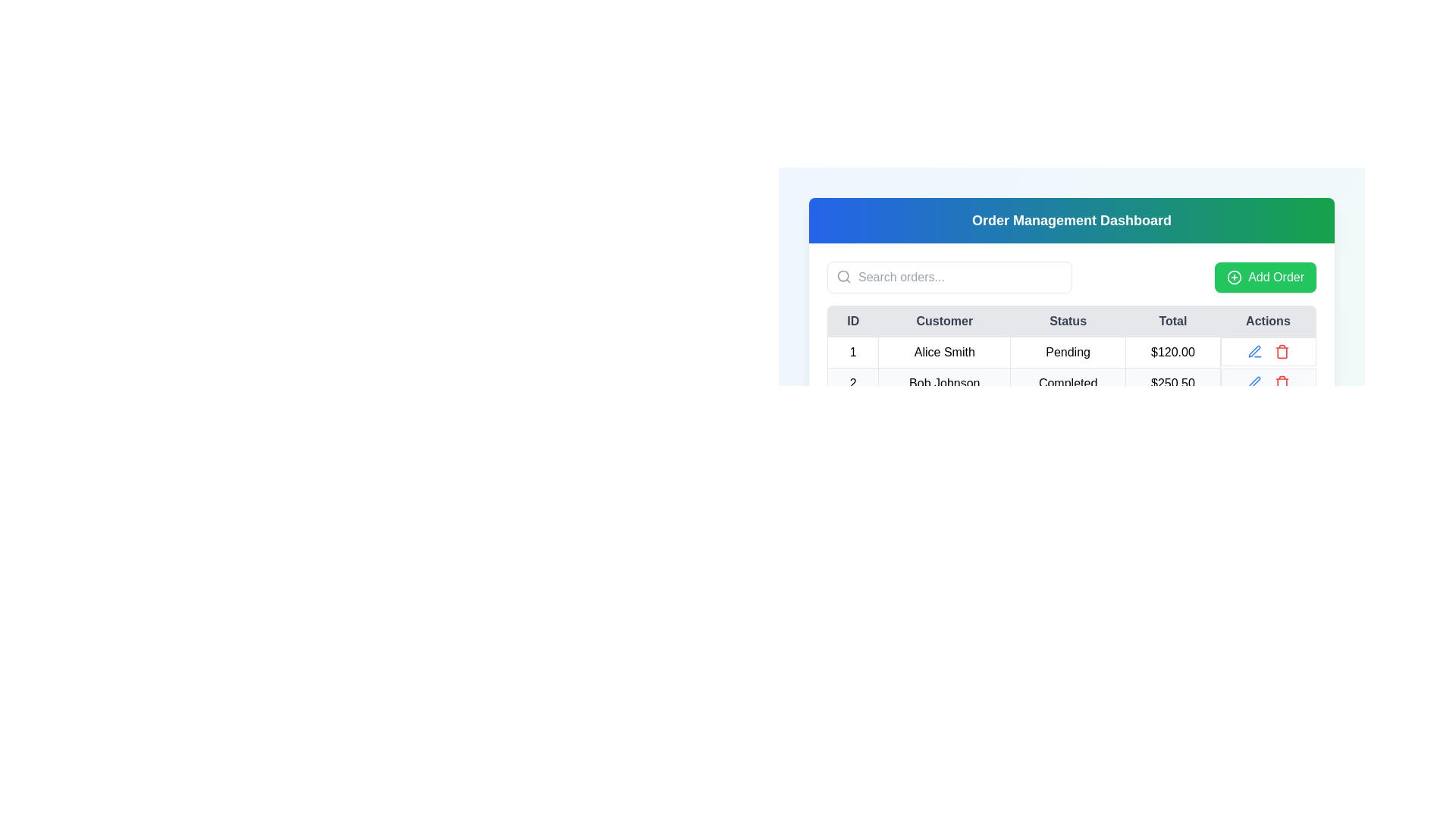 Image resolution: width=1456 pixels, height=819 pixels. What do you see at coordinates (949, 278) in the screenshot?
I see `the search input field located at the top-left side of the interface, before the green 'Add Order' button` at bounding box center [949, 278].